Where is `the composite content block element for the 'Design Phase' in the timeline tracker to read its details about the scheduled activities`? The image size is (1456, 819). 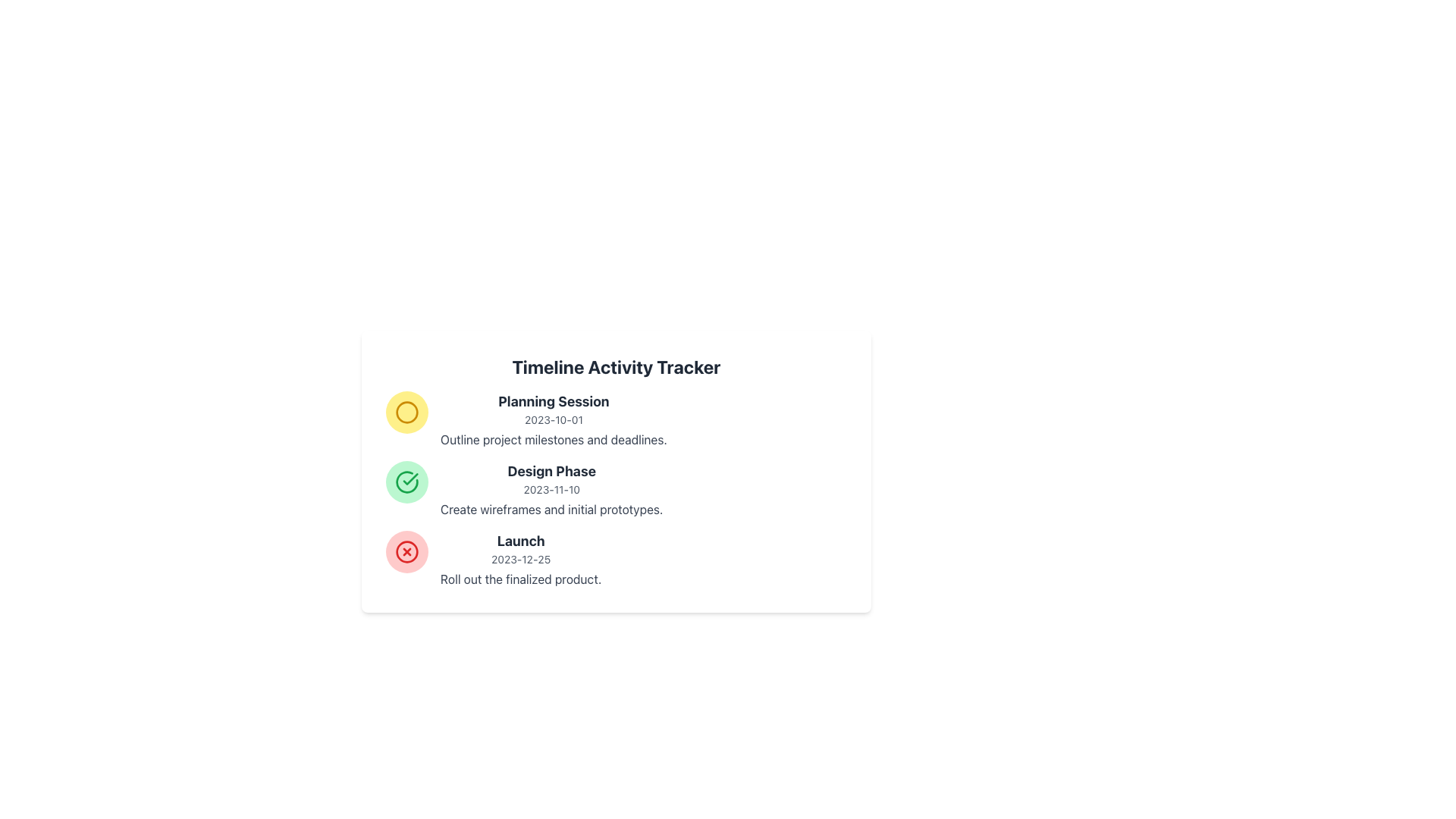
the composite content block element for the 'Design Phase' in the timeline tracker to read its details about the scheduled activities is located at coordinates (616, 489).